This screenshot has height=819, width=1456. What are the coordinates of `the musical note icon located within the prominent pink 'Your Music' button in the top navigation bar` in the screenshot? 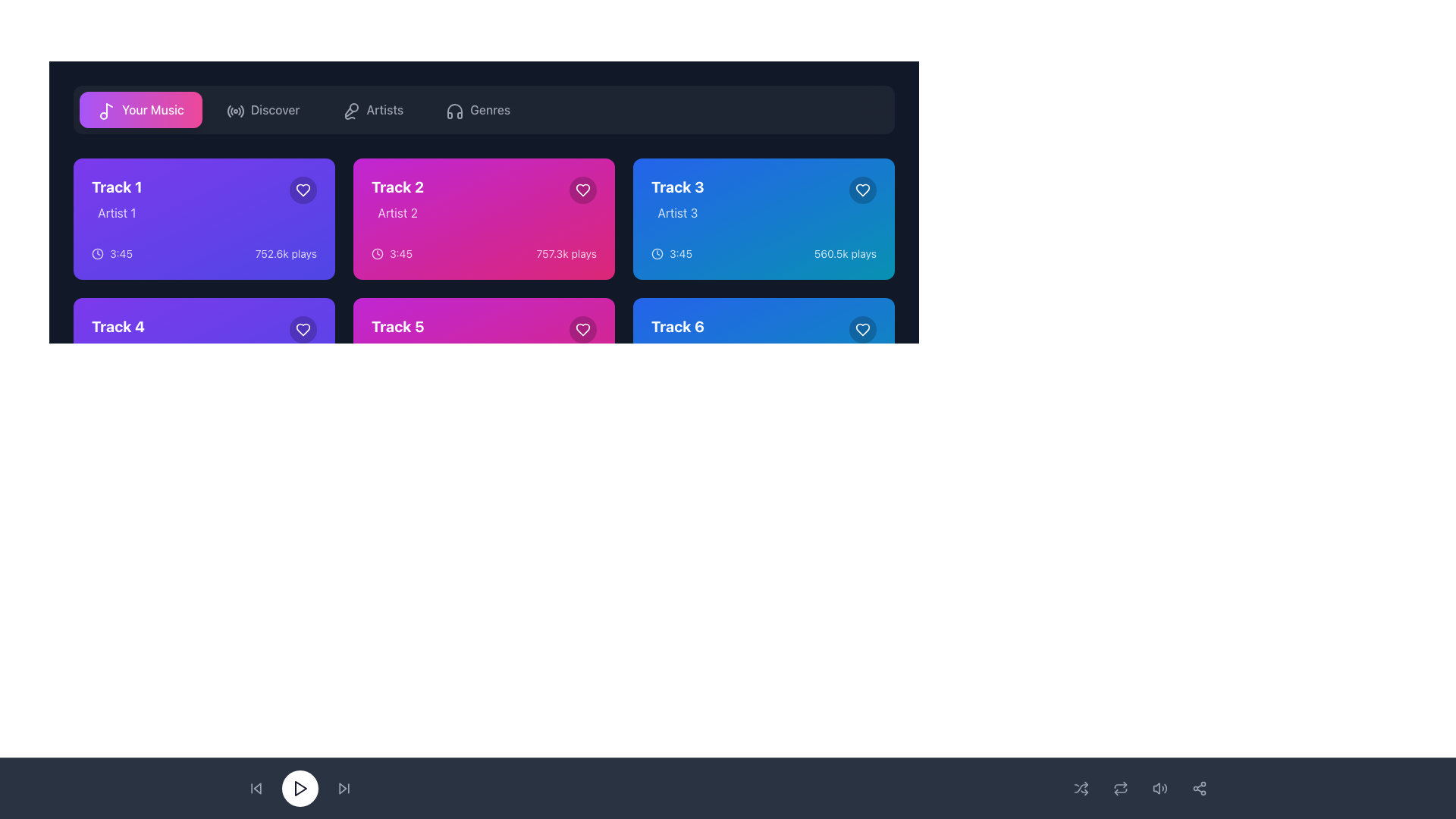 It's located at (105, 109).